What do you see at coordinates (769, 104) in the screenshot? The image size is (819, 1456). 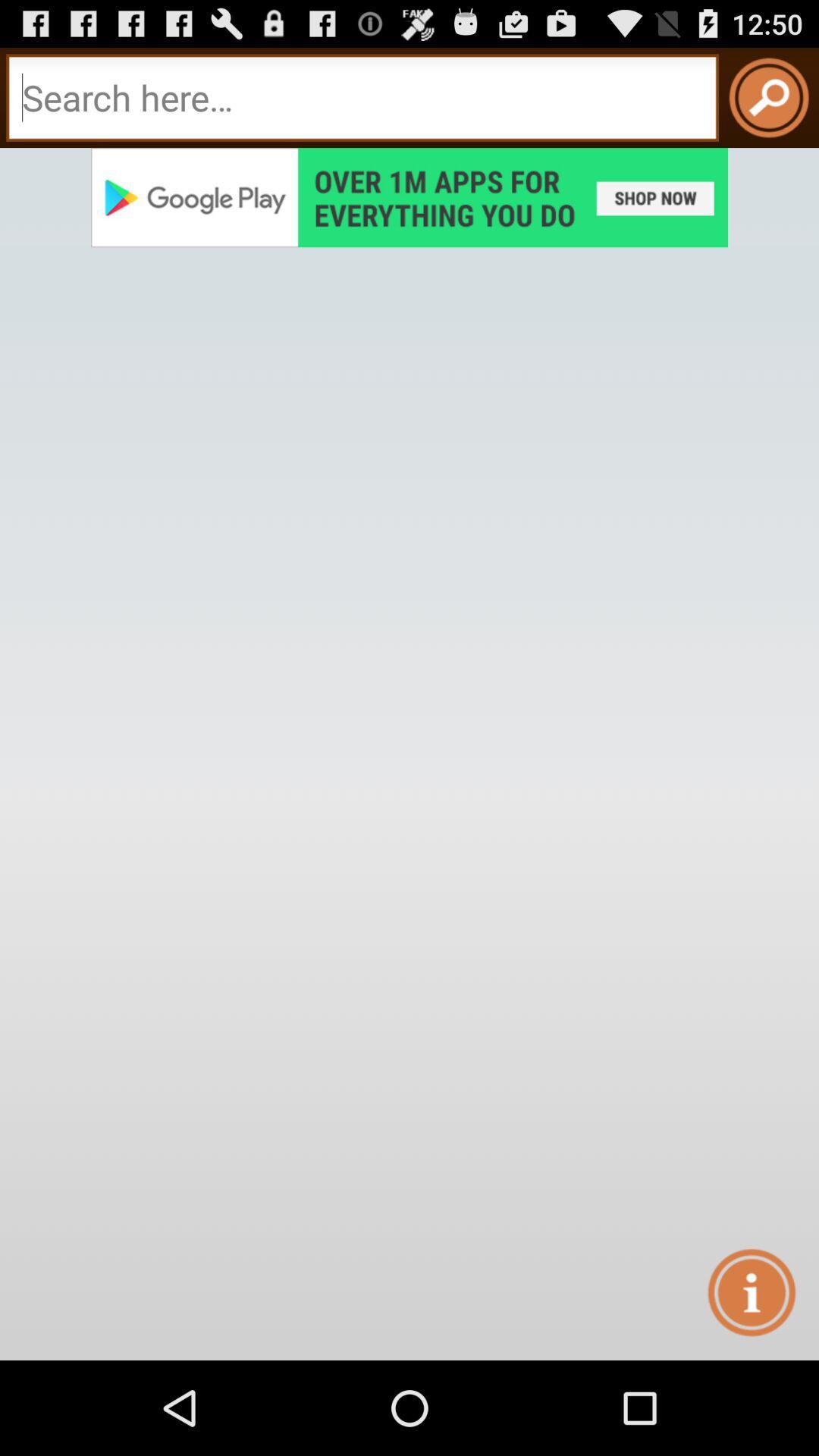 I see `the search icon` at bounding box center [769, 104].